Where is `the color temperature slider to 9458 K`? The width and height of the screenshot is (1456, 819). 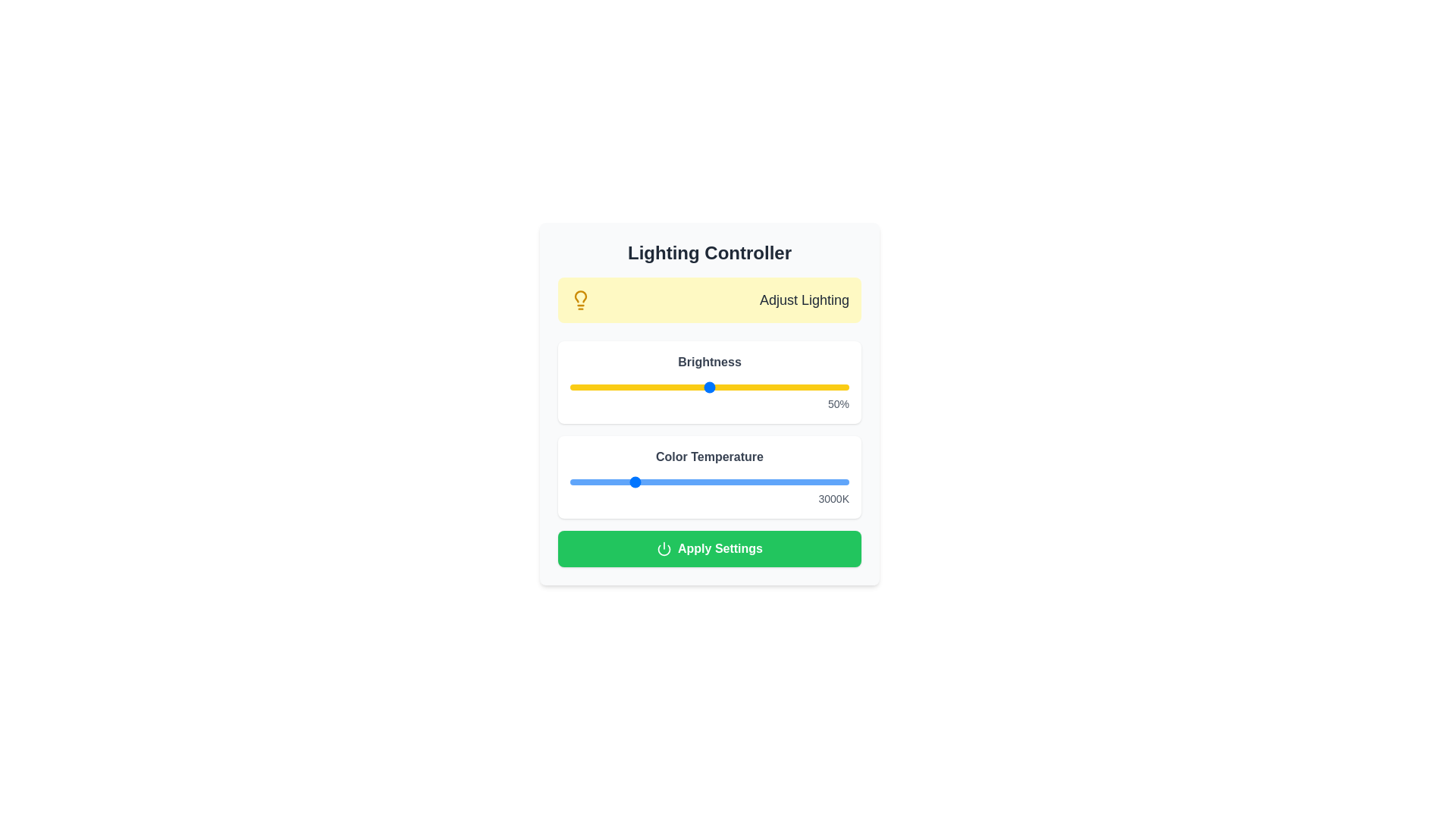
the color temperature slider to 9458 K is located at coordinates (831, 482).